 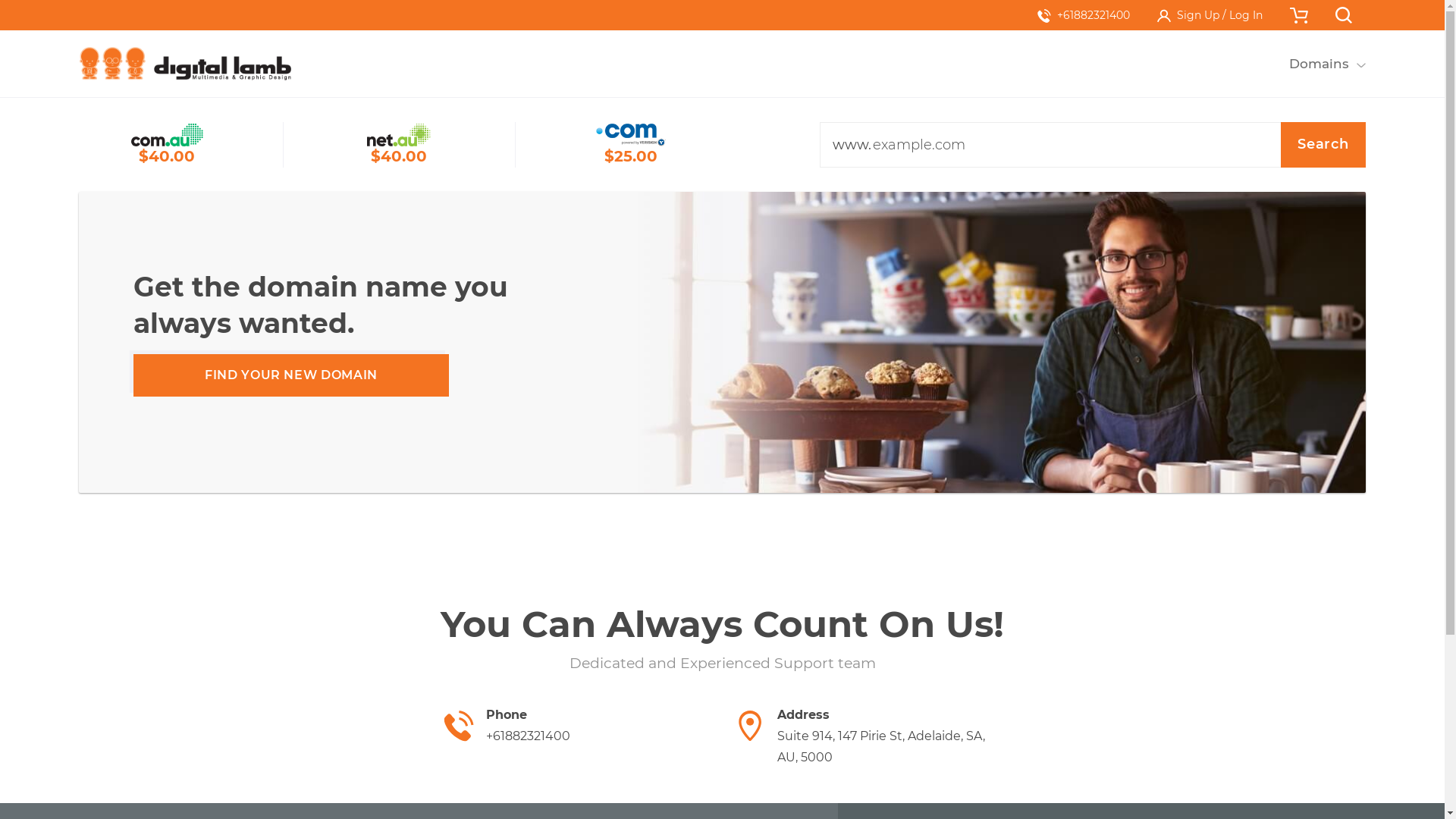 I want to click on '+61882321400', so click(x=1083, y=14).